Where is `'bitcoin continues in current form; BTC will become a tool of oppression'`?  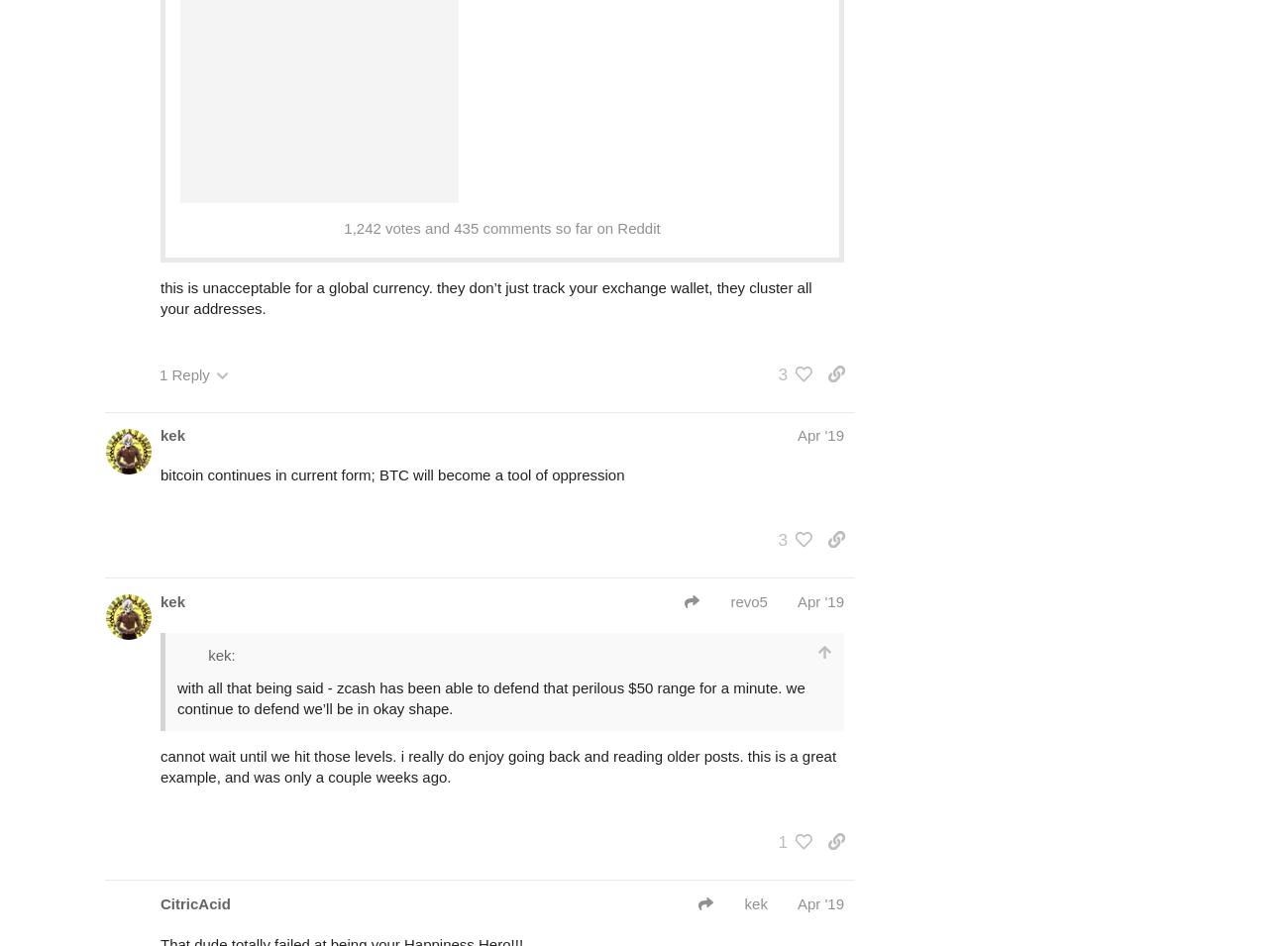 'bitcoin continues in current form; BTC will become a tool of oppression' is located at coordinates (391, 473).